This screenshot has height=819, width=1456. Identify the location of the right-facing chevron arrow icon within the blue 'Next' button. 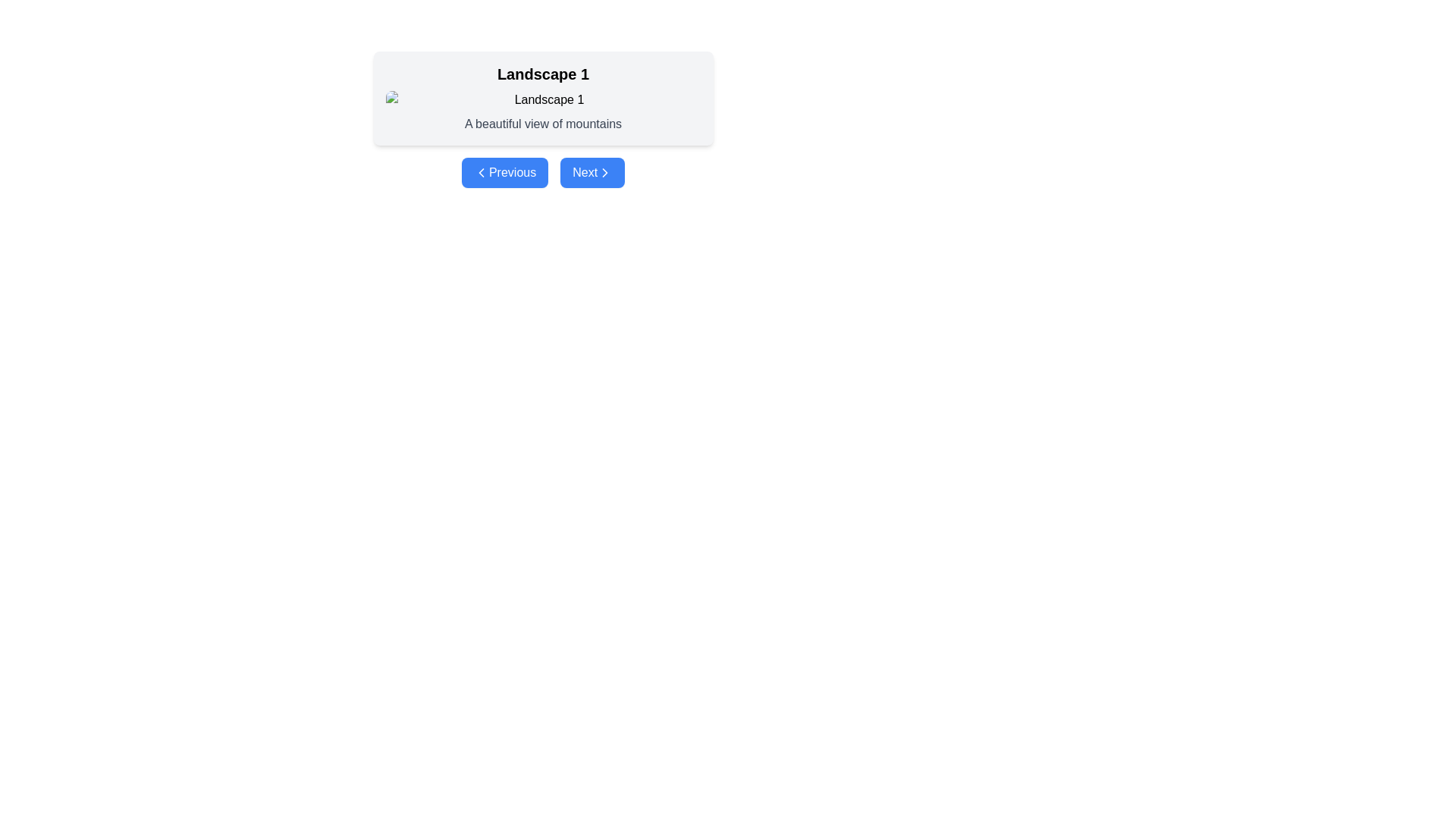
(604, 171).